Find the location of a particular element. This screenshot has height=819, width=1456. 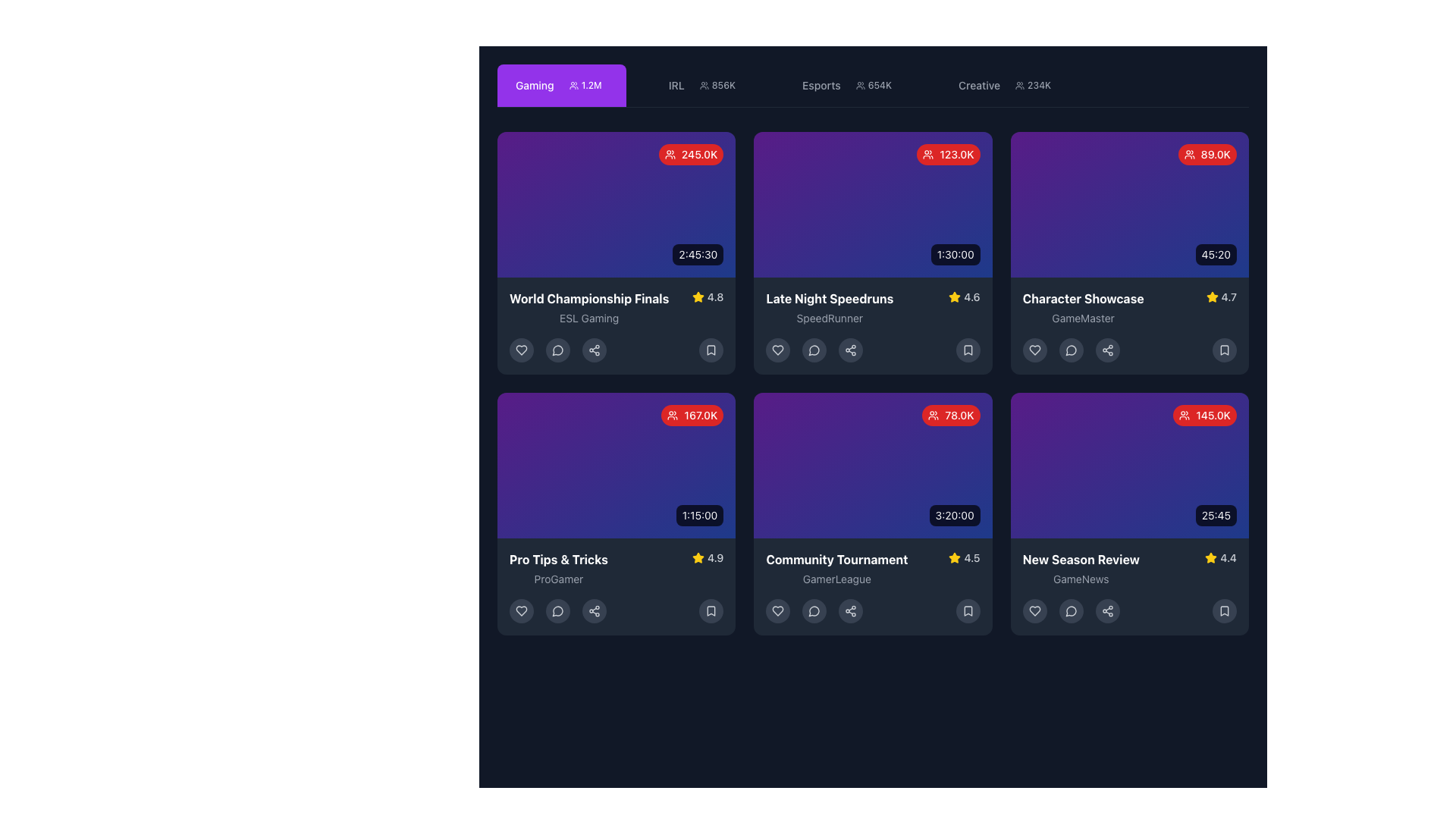

the circular share button with a gray background and a white icon inside, located in the bottom row of the 'Community Tournament' card under 'GamerLeague' is located at coordinates (851, 610).